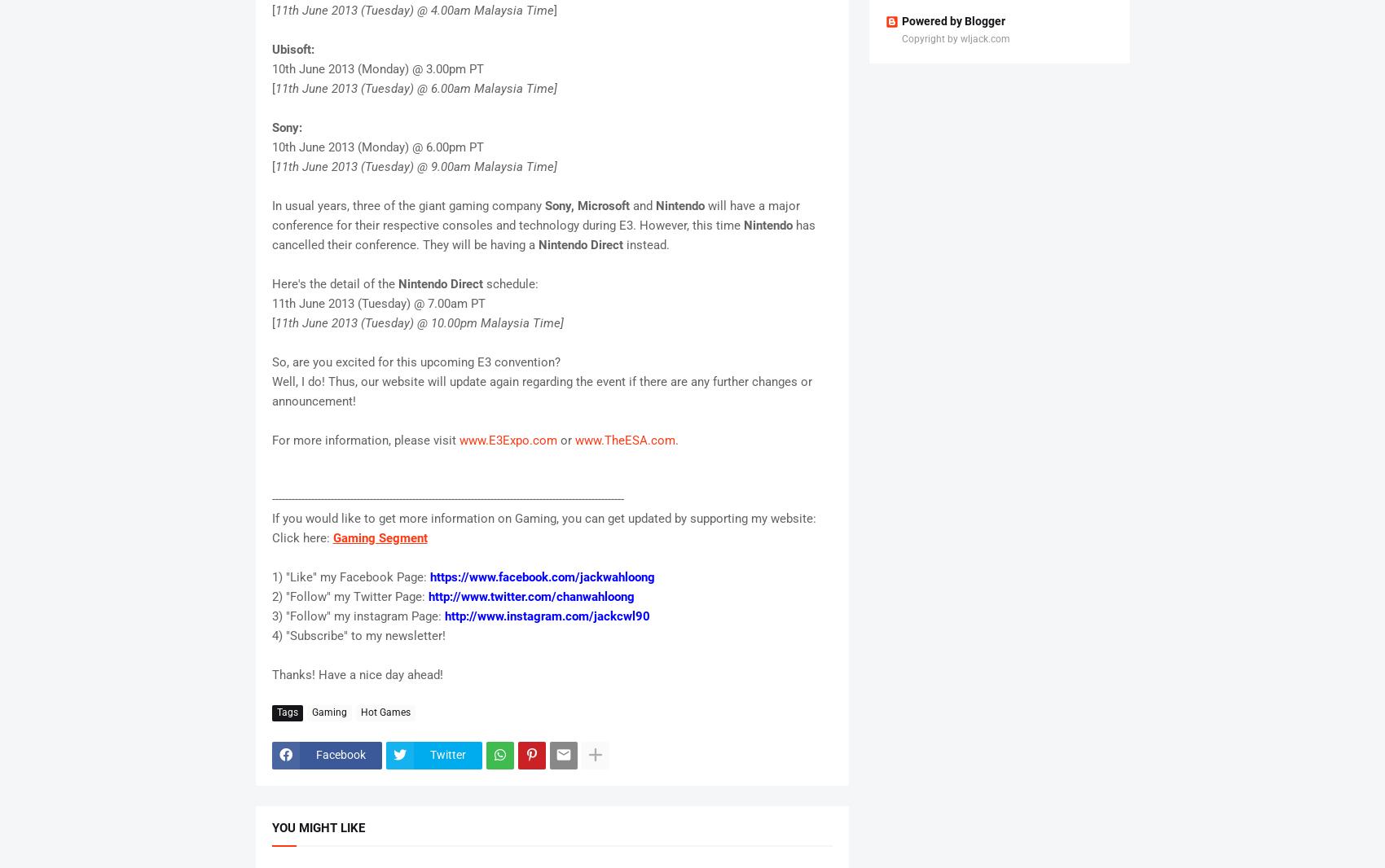 The height and width of the screenshot is (868, 1385). What do you see at coordinates (415, 165) in the screenshot?
I see `'11th June 2013 (Tuesday) @ 9.00am Malaysia Time]'` at bounding box center [415, 165].